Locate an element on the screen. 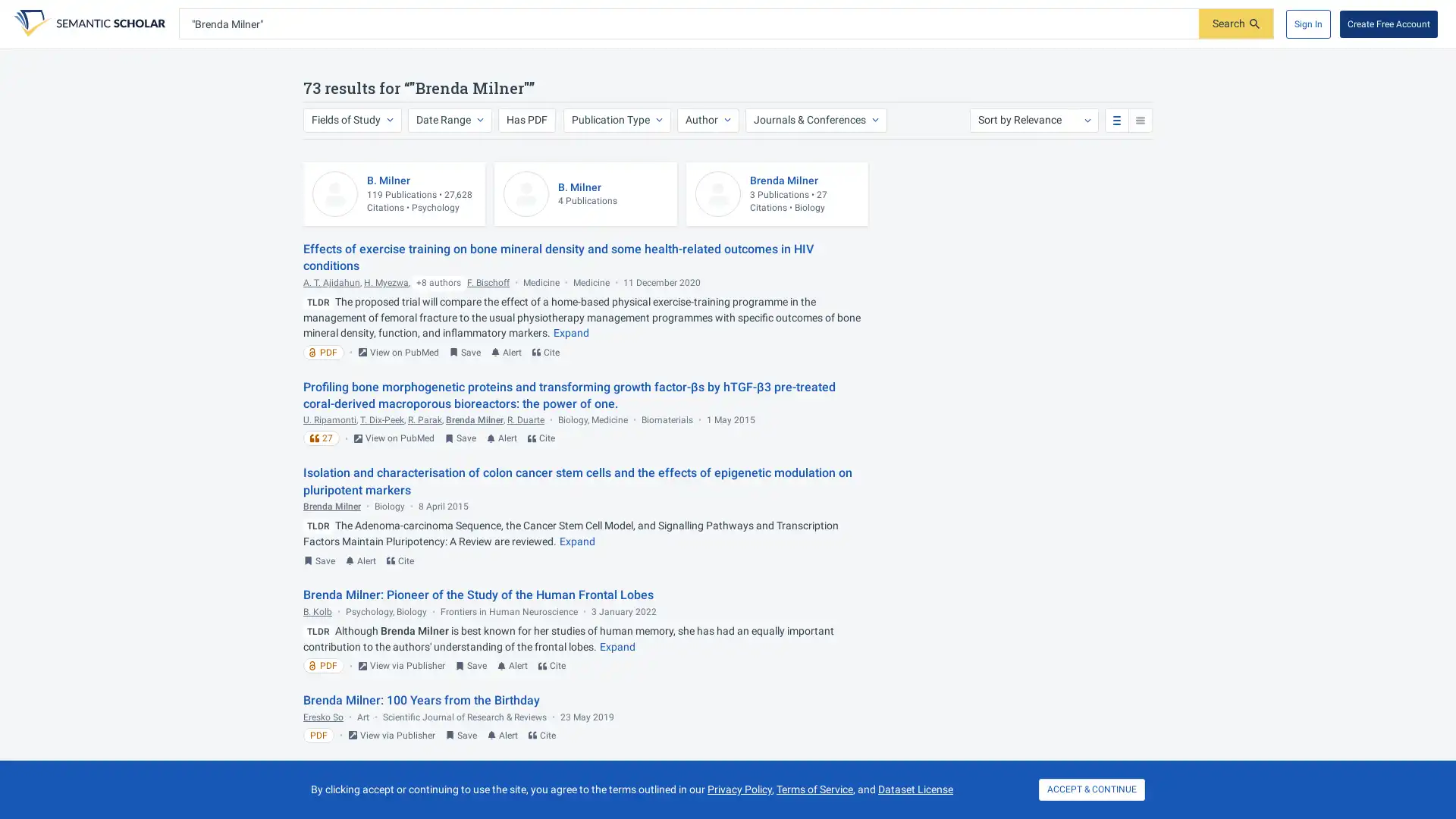  standard search results view is located at coordinates (1117, 119).